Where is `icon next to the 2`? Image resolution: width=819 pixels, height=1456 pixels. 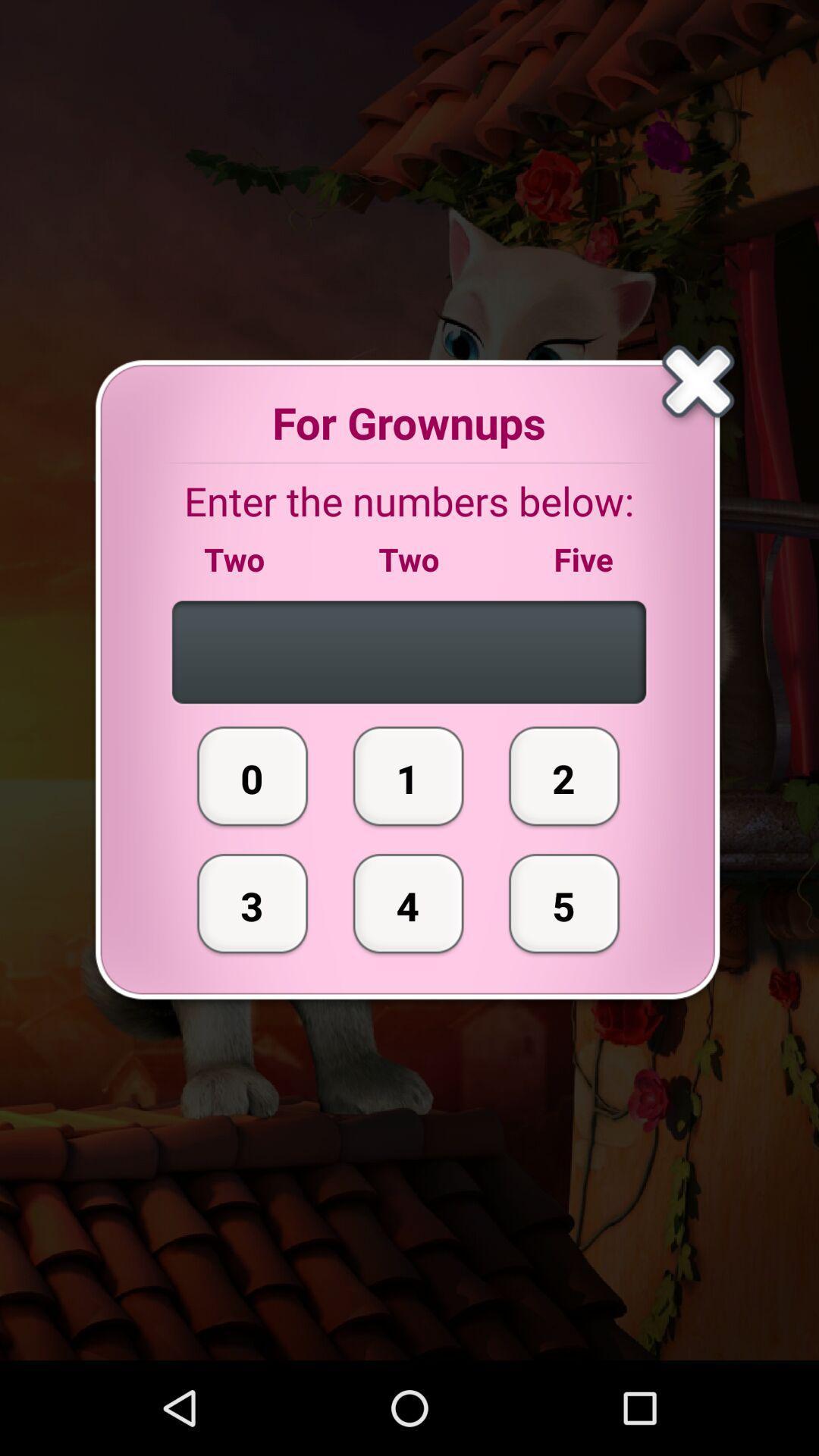
icon next to the 2 is located at coordinates (408, 903).